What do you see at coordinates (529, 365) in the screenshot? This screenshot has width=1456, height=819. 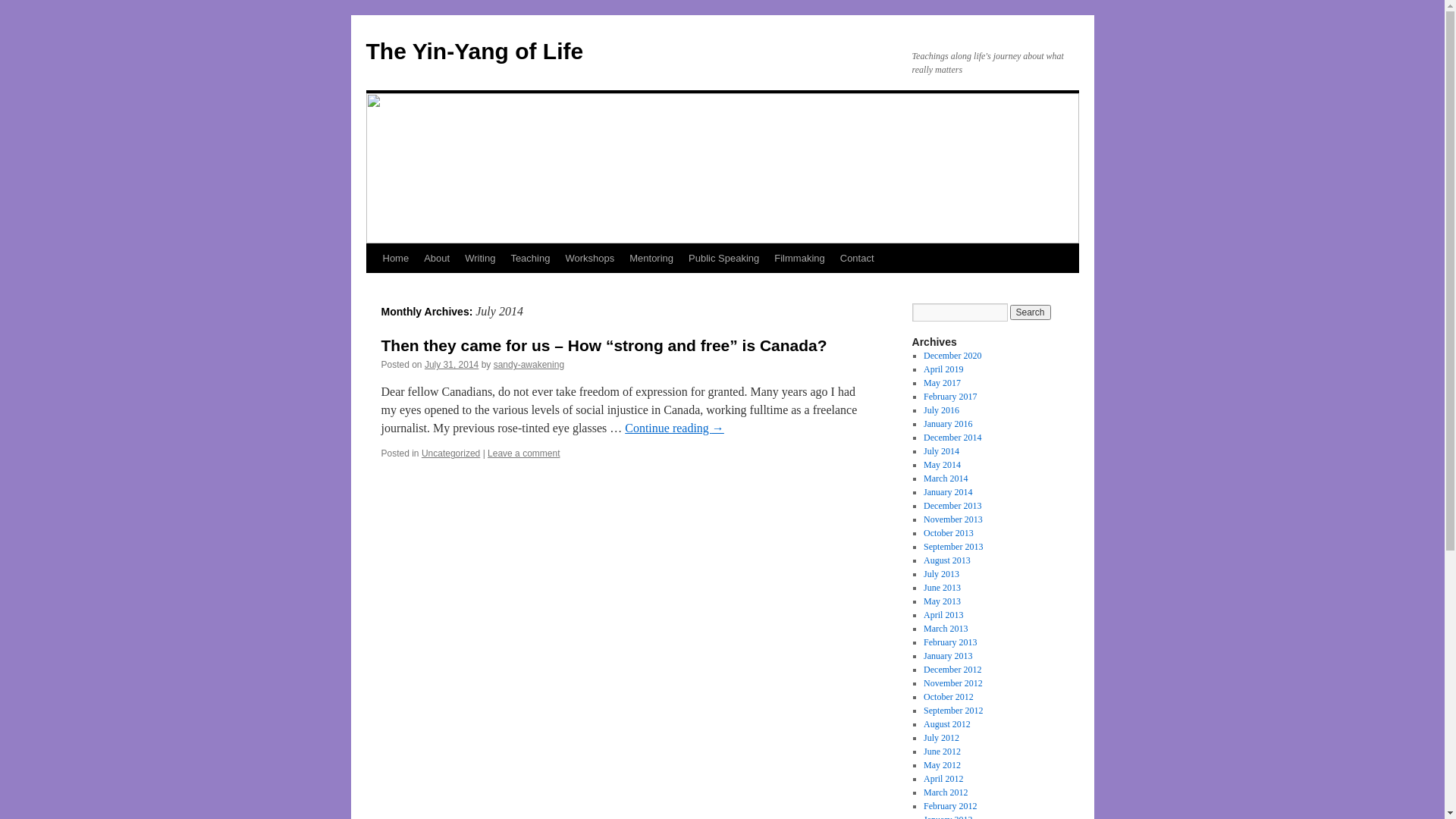 I see `'sandy-awakening'` at bounding box center [529, 365].